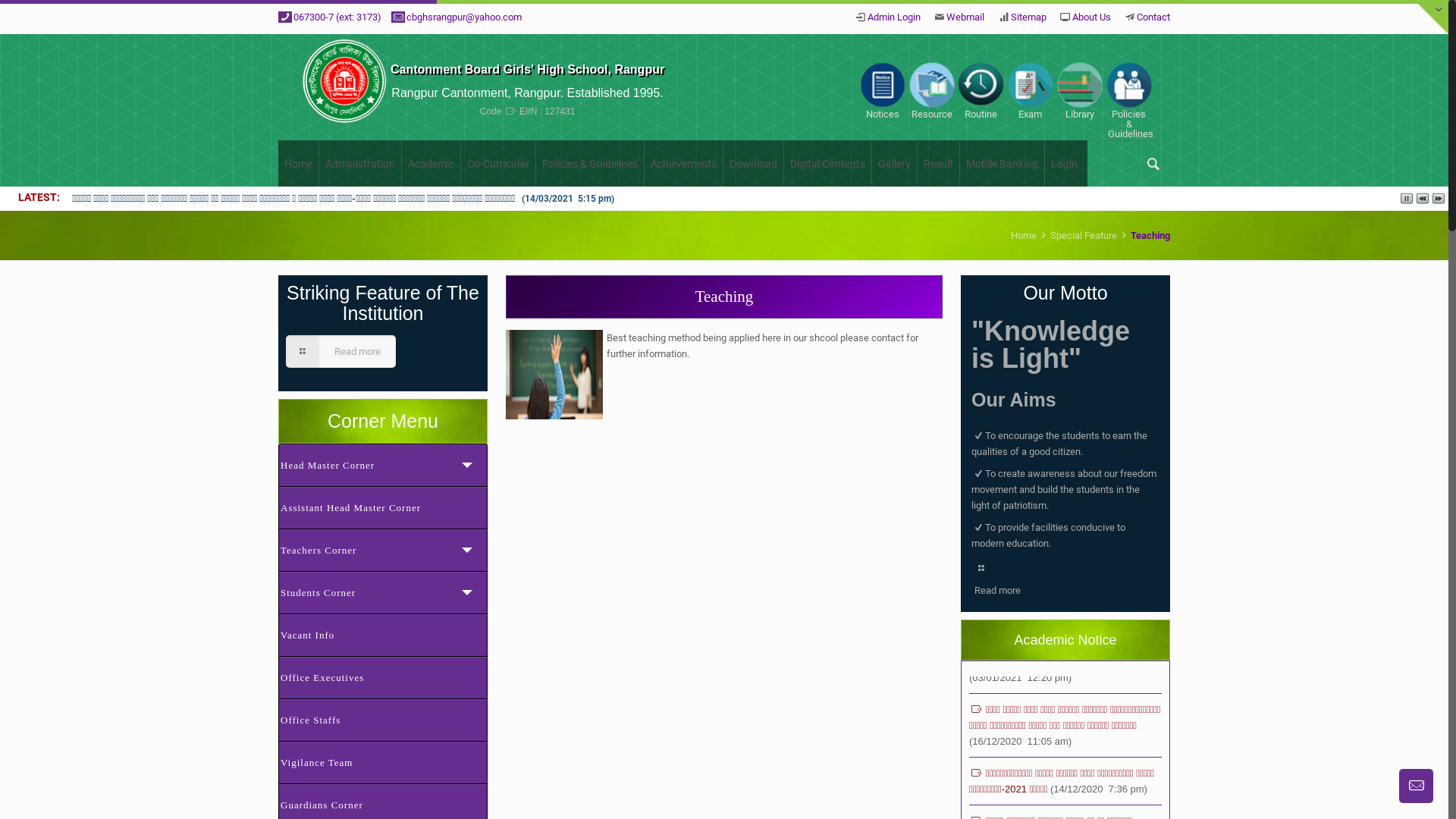 The image size is (1456, 819). Describe the element at coordinates (1153, 17) in the screenshot. I see `'Contact'` at that location.